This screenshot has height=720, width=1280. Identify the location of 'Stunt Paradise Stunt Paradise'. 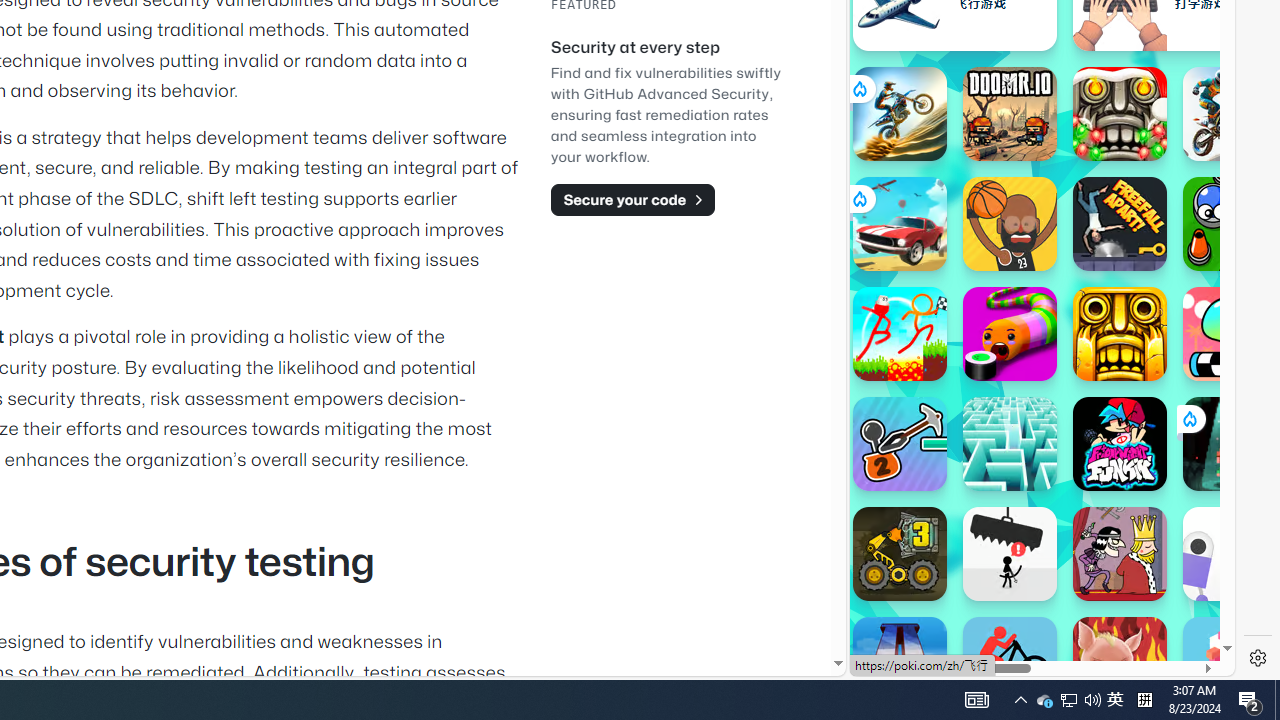
(898, 223).